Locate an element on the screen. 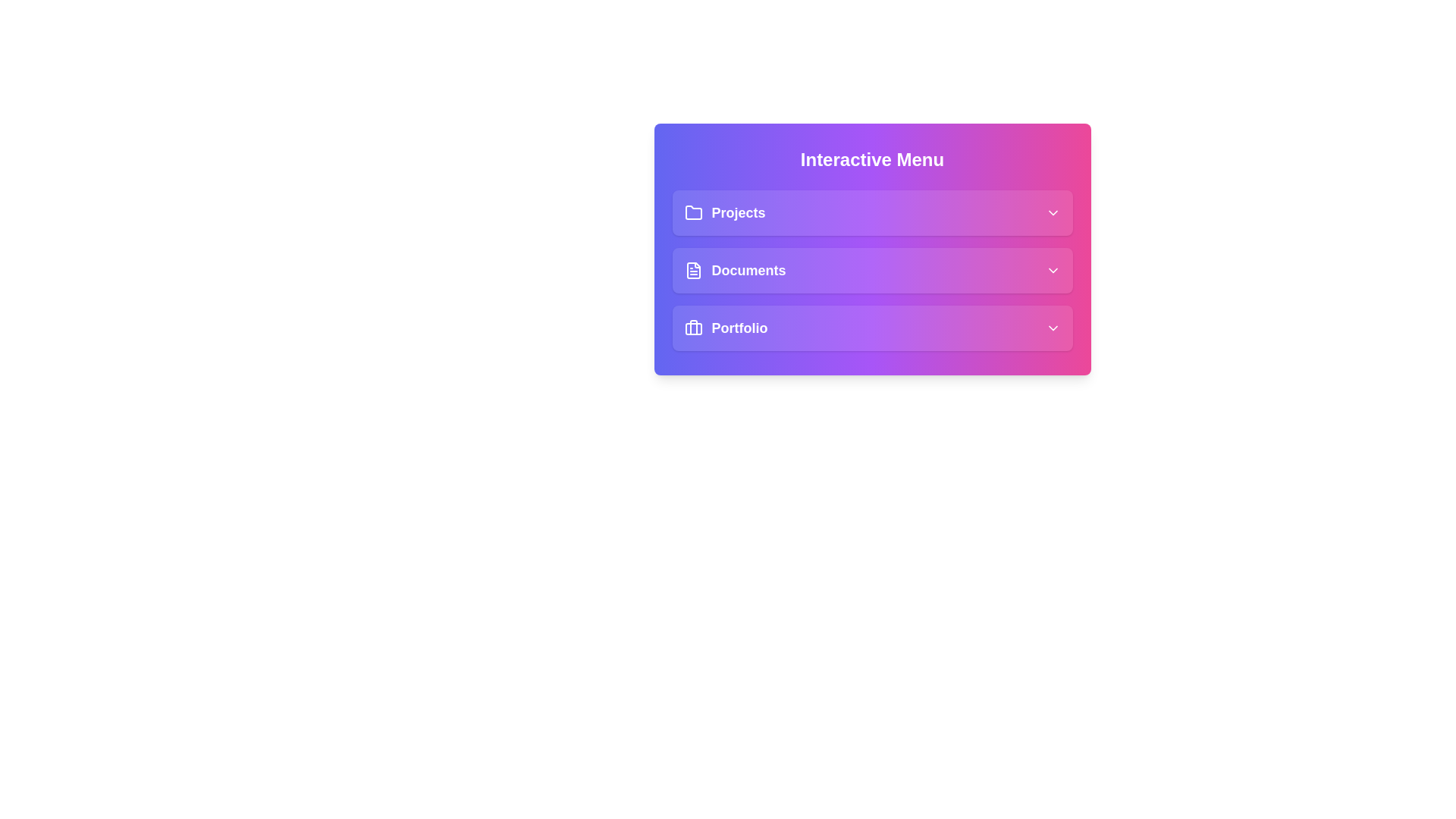 The width and height of the screenshot is (1456, 819). the 'Documents' menu item, which is the second item in a vertical list of three menu options, located directly below 'Projects' and above 'Portfolio' is located at coordinates (735, 270).